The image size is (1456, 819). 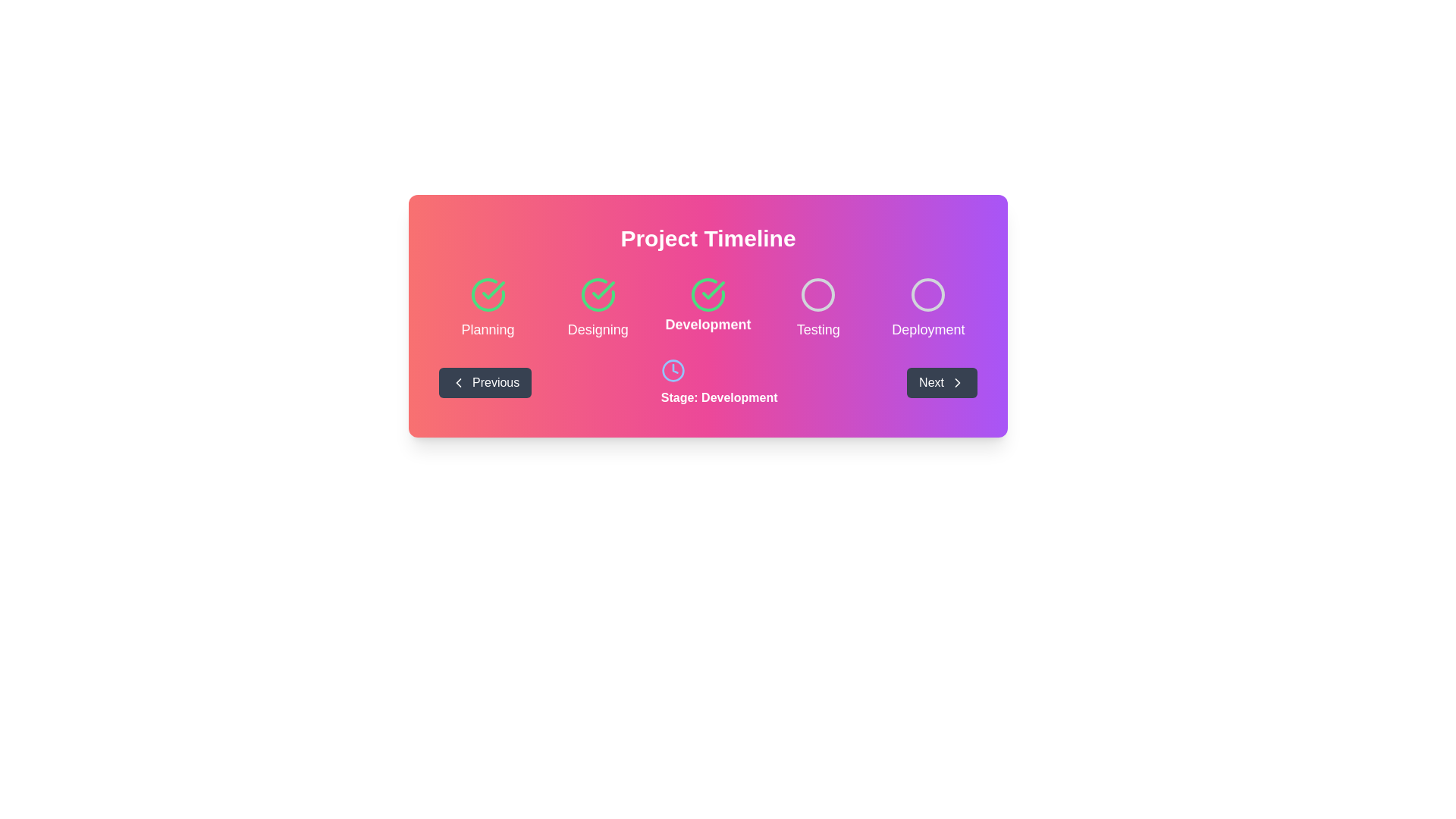 What do you see at coordinates (956, 382) in the screenshot?
I see `the chevron icon within the 'Next' button located at the bottom-right corner of the interface for navigation` at bounding box center [956, 382].